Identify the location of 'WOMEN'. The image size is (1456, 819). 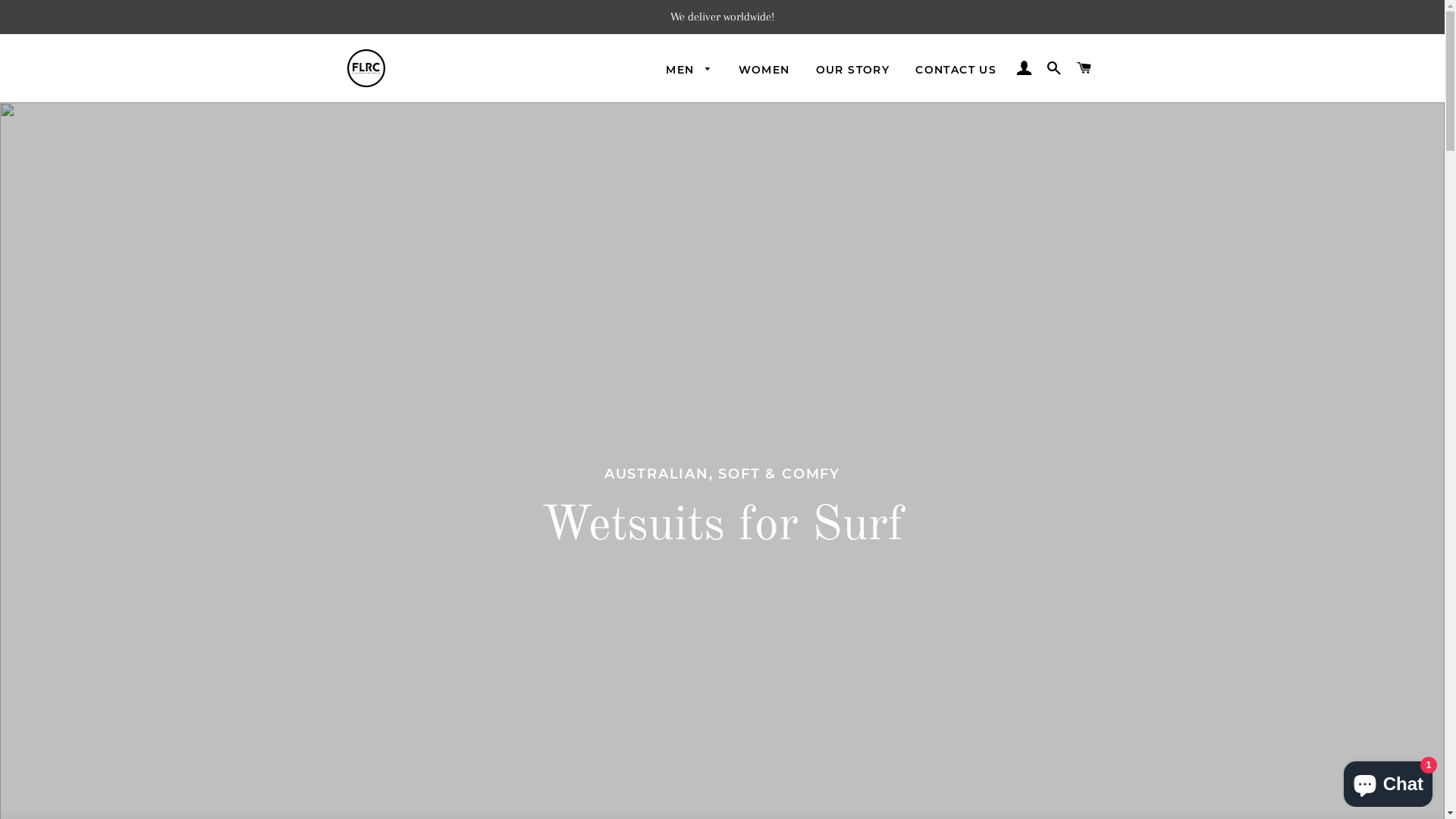
(764, 70).